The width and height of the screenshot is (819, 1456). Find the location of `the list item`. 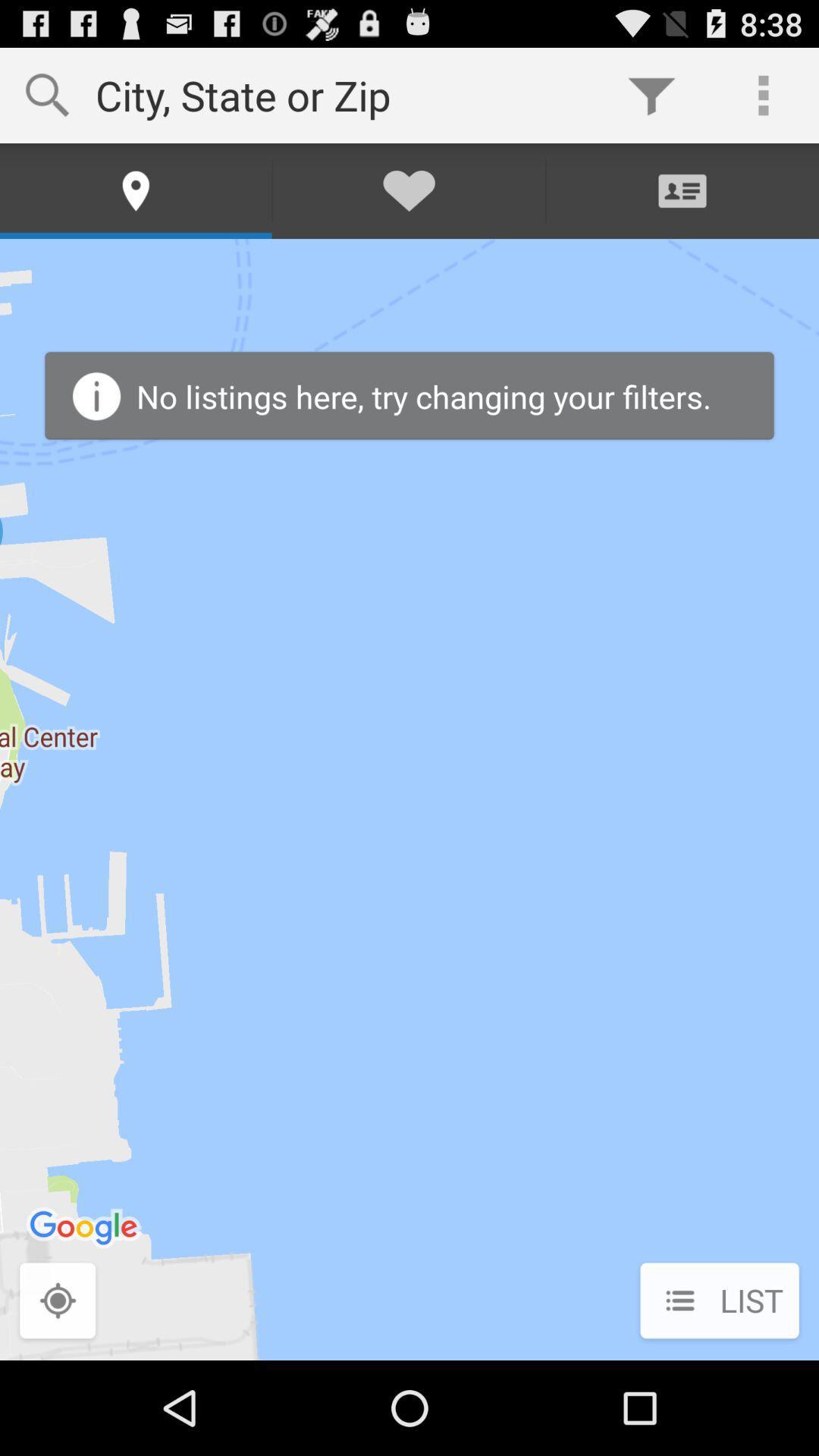

the list item is located at coordinates (719, 1301).